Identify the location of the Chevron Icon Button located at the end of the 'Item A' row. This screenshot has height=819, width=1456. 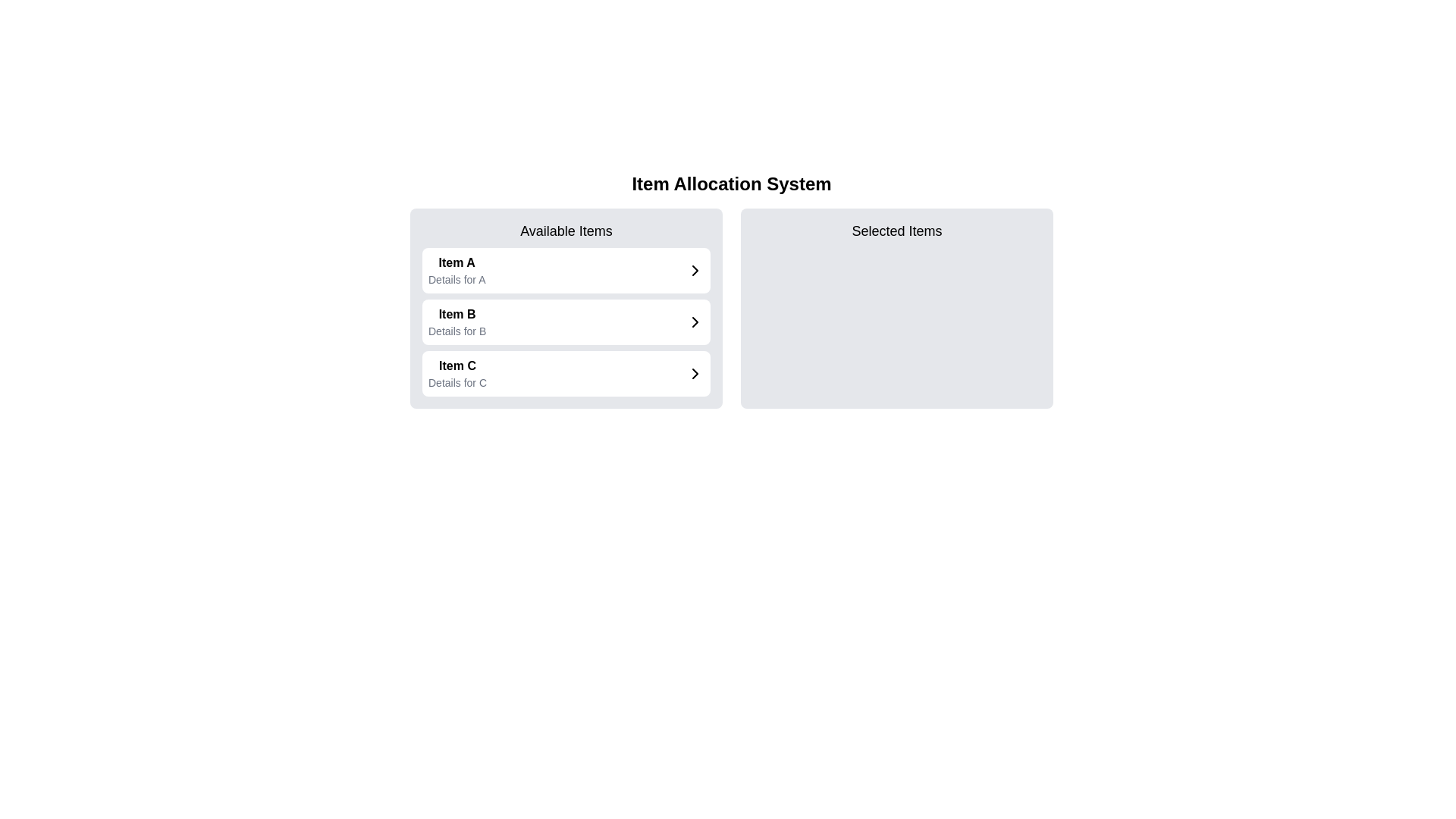
(694, 270).